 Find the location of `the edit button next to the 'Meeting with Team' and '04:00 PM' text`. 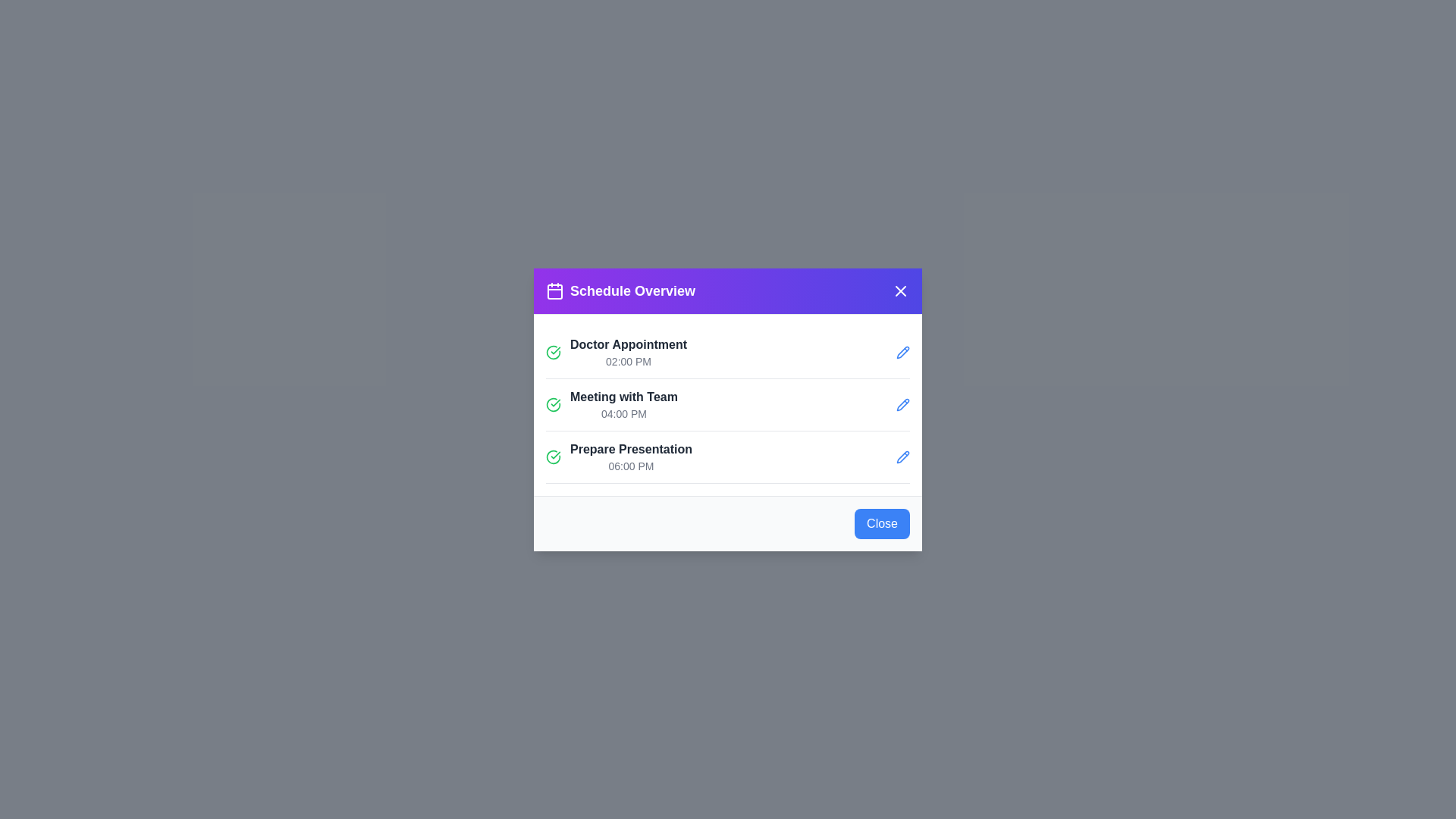

the edit button next to the 'Meeting with Team' and '04:00 PM' text is located at coordinates (902, 403).